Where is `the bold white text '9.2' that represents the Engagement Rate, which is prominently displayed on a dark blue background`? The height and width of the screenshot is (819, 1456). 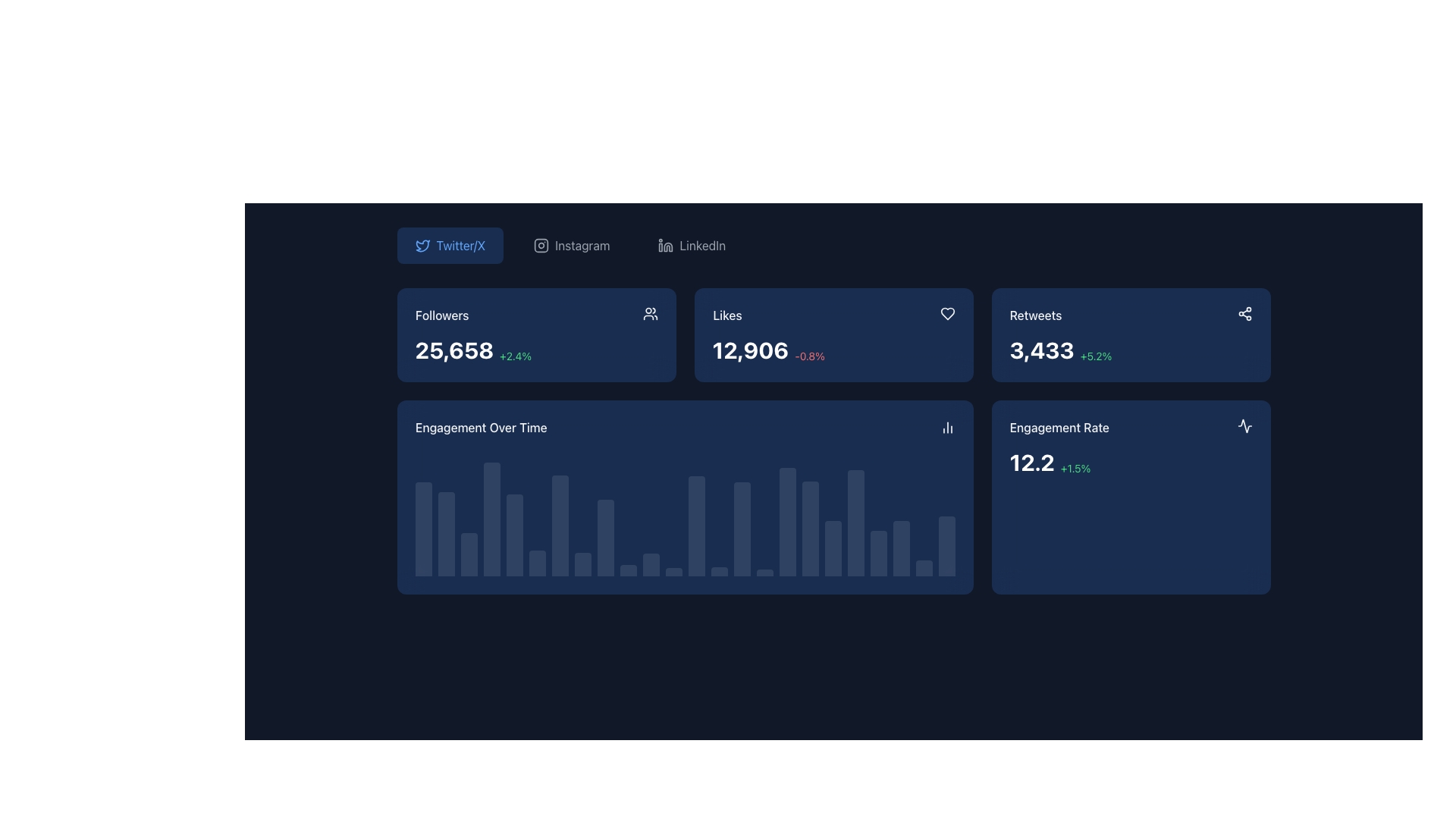 the bold white text '9.2' that represents the Engagement Rate, which is prominently displayed on a dark blue background is located at coordinates (1027, 461).